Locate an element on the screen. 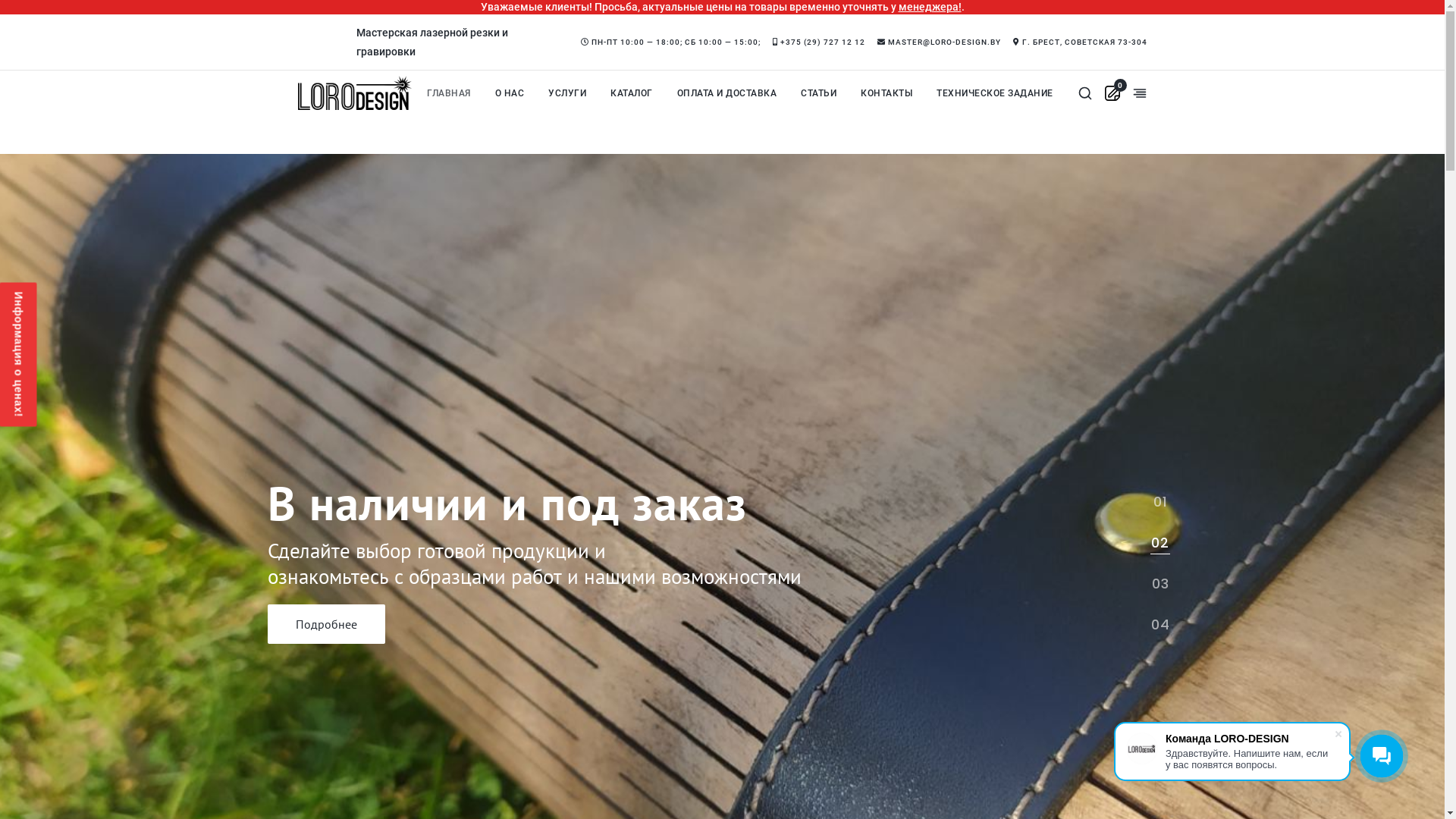 This screenshot has width=1456, height=819. '0' is located at coordinates (1112, 93).